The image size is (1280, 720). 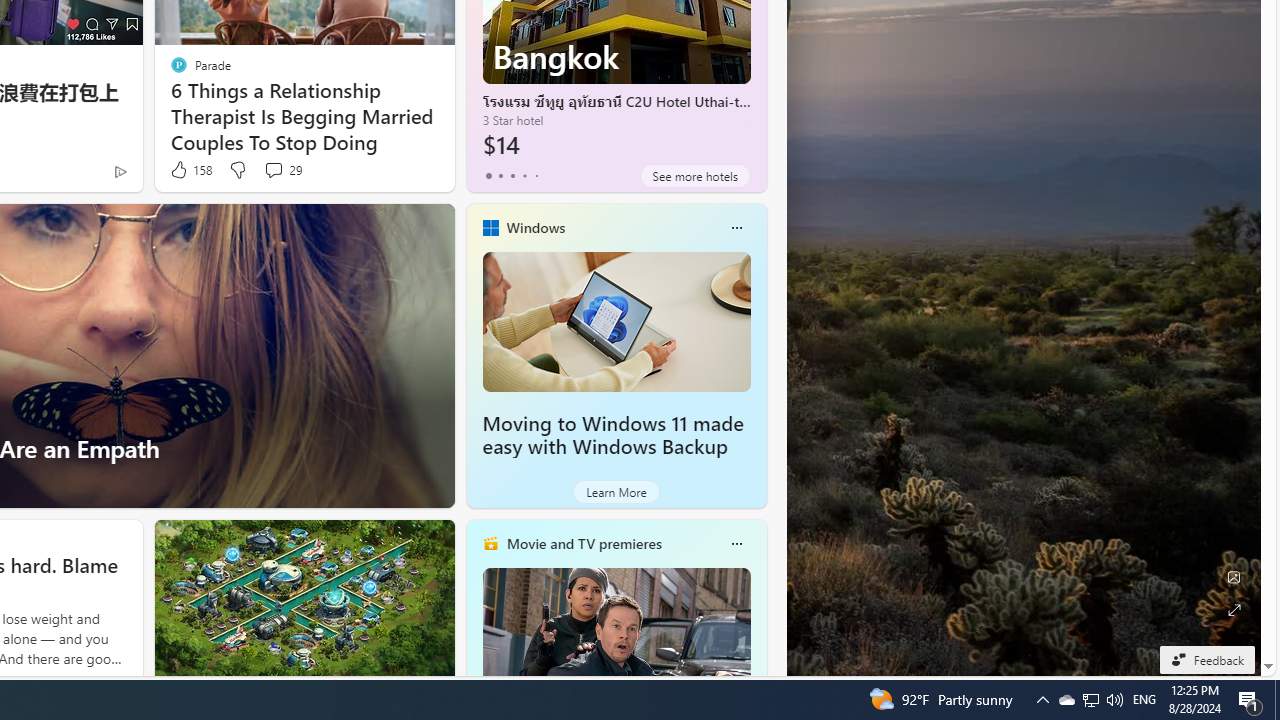 I want to click on 'Windows', so click(x=535, y=226).